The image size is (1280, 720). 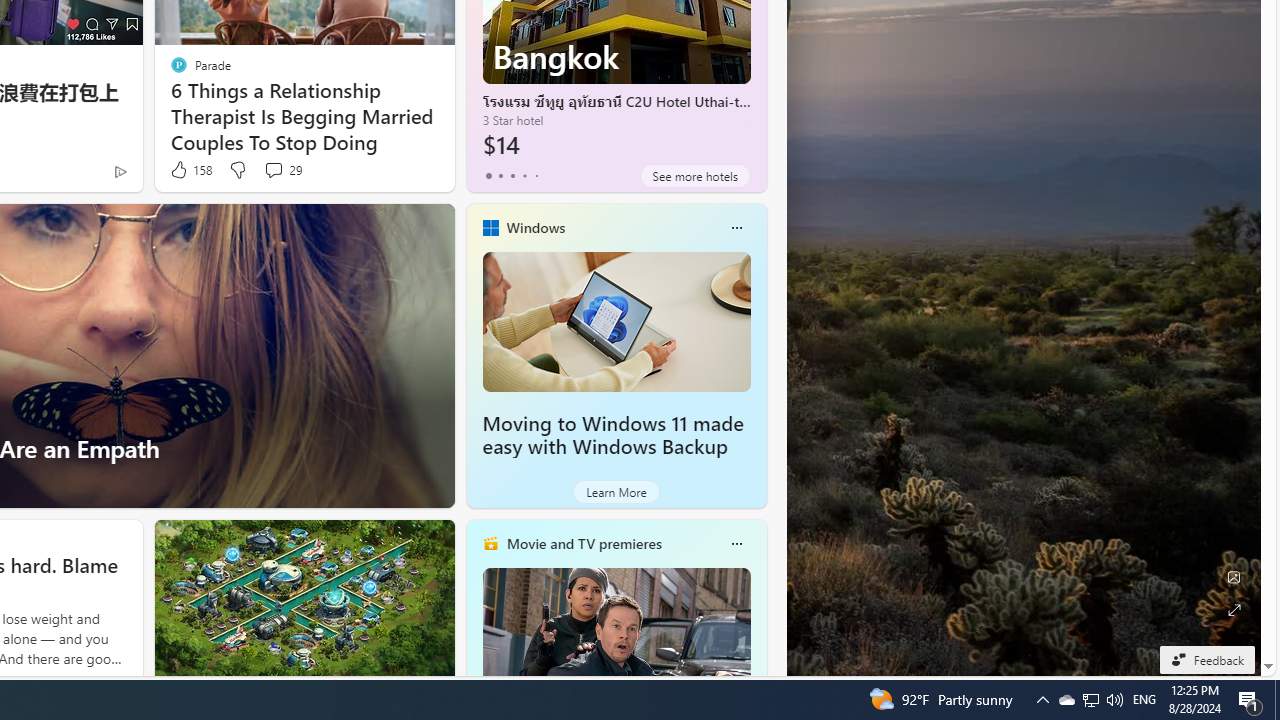 I want to click on 'Windows', so click(x=535, y=226).